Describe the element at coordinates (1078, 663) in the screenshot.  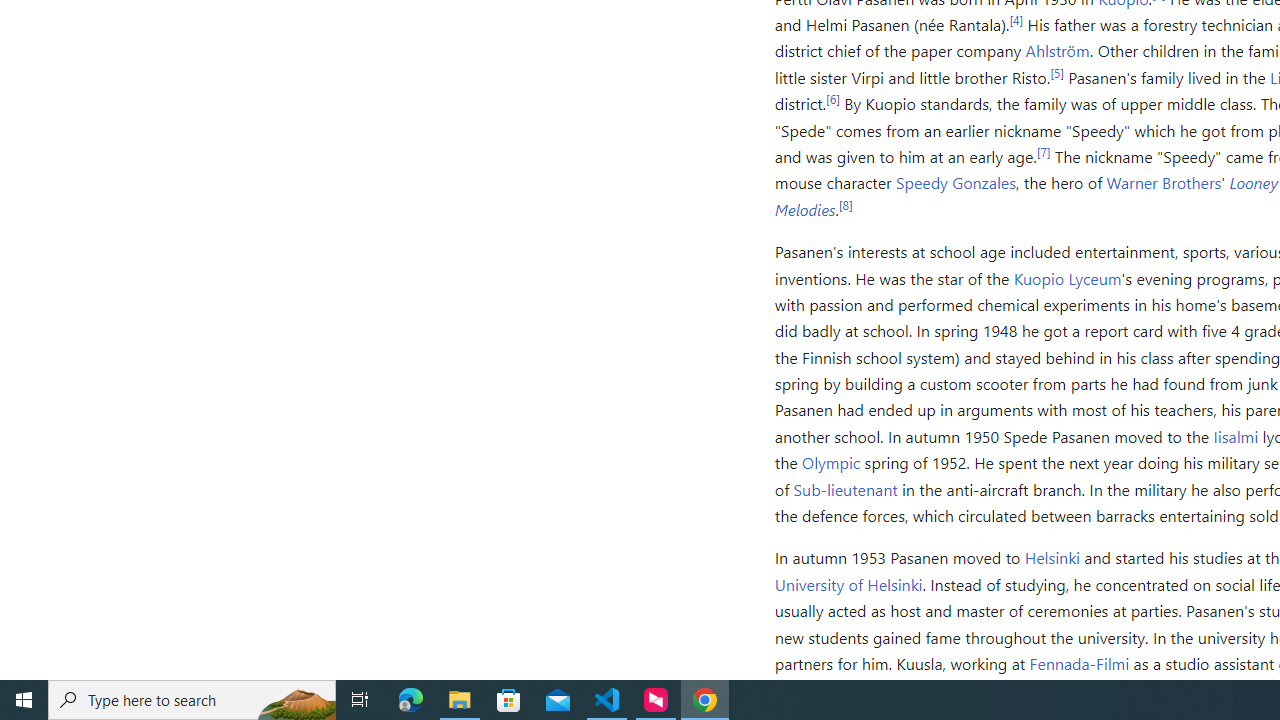
I see `'Fennada-Filmi'` at that location.